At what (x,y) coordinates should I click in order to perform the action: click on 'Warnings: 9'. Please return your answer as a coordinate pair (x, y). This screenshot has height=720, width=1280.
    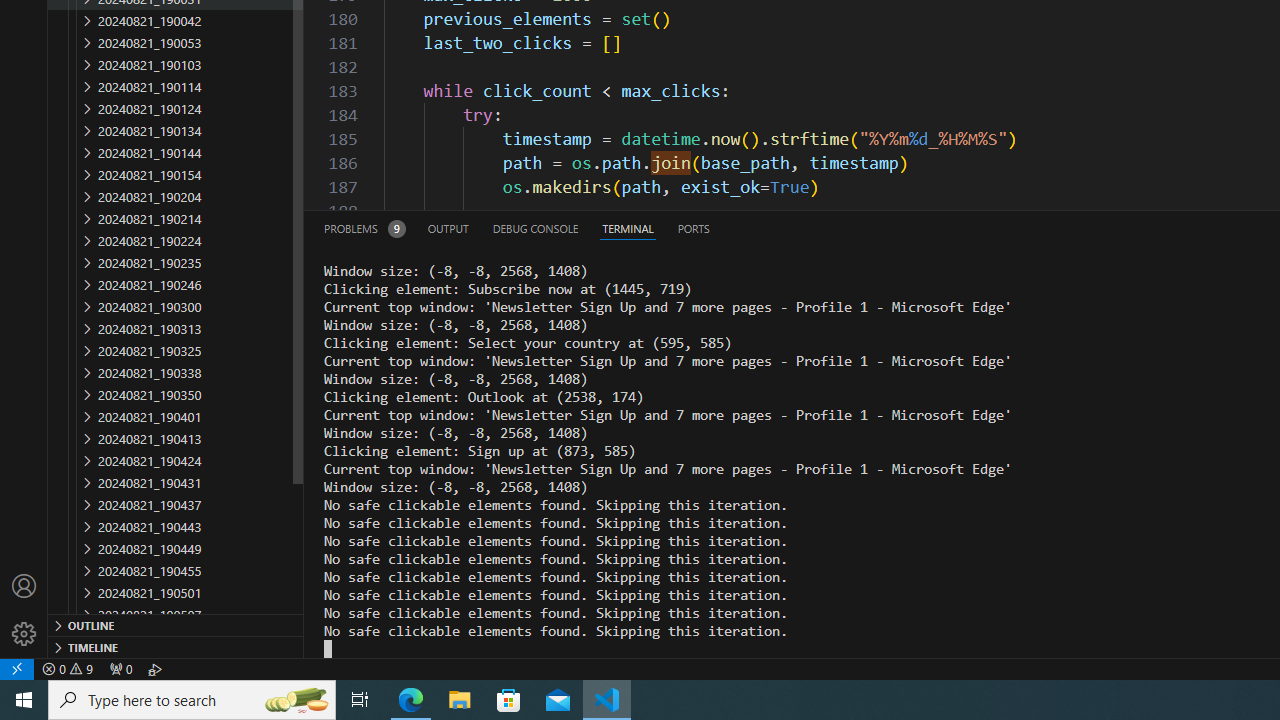
    Looking at the image, I should click on (67, 668).